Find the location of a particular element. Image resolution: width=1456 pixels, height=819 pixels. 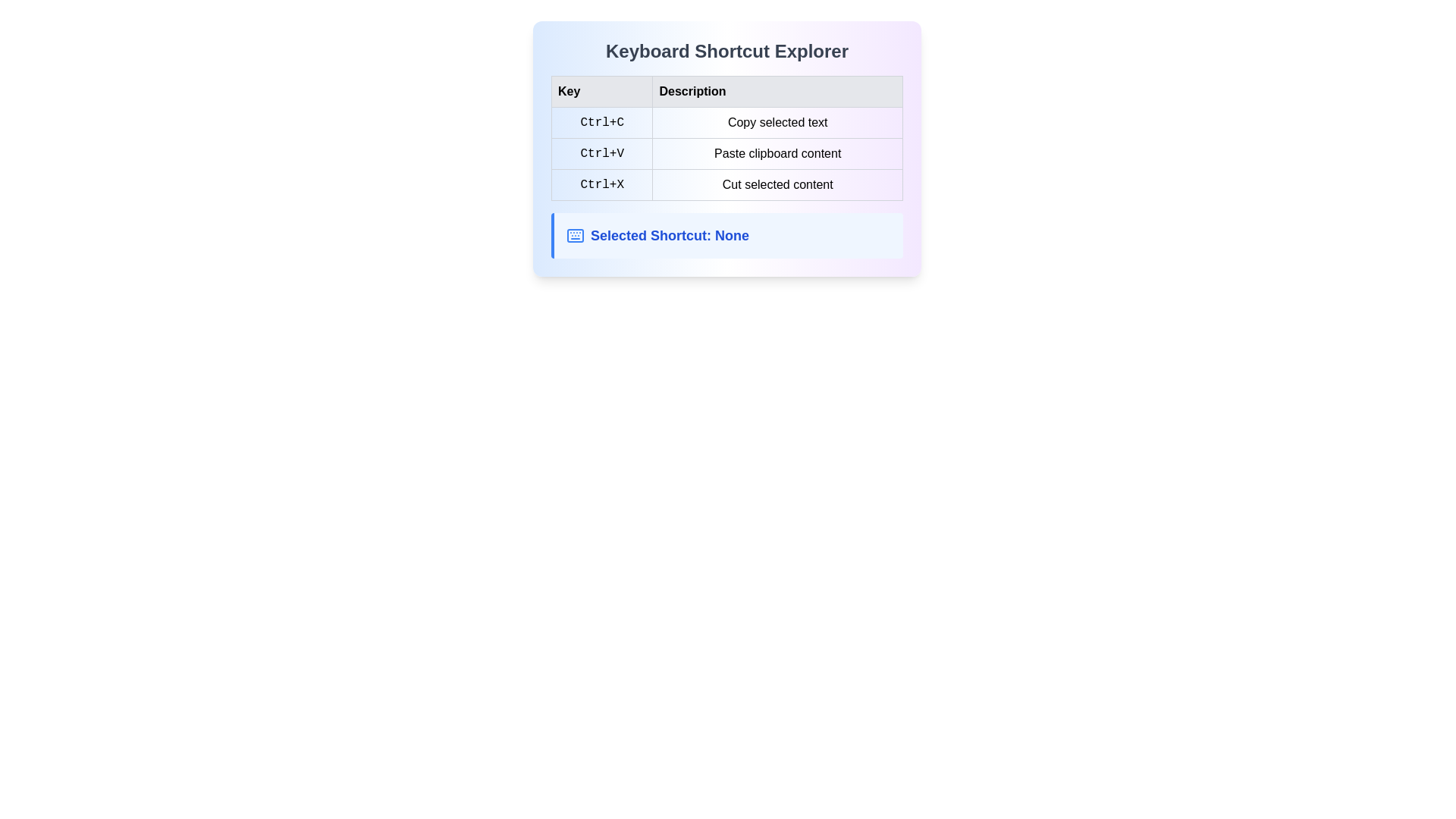

the keyboard key representation for the 'Ctrl+C' shortcut, which is styled as a static label in the 'Keyboard Shortcut Explorer' table is located at coordinates (601, 122).